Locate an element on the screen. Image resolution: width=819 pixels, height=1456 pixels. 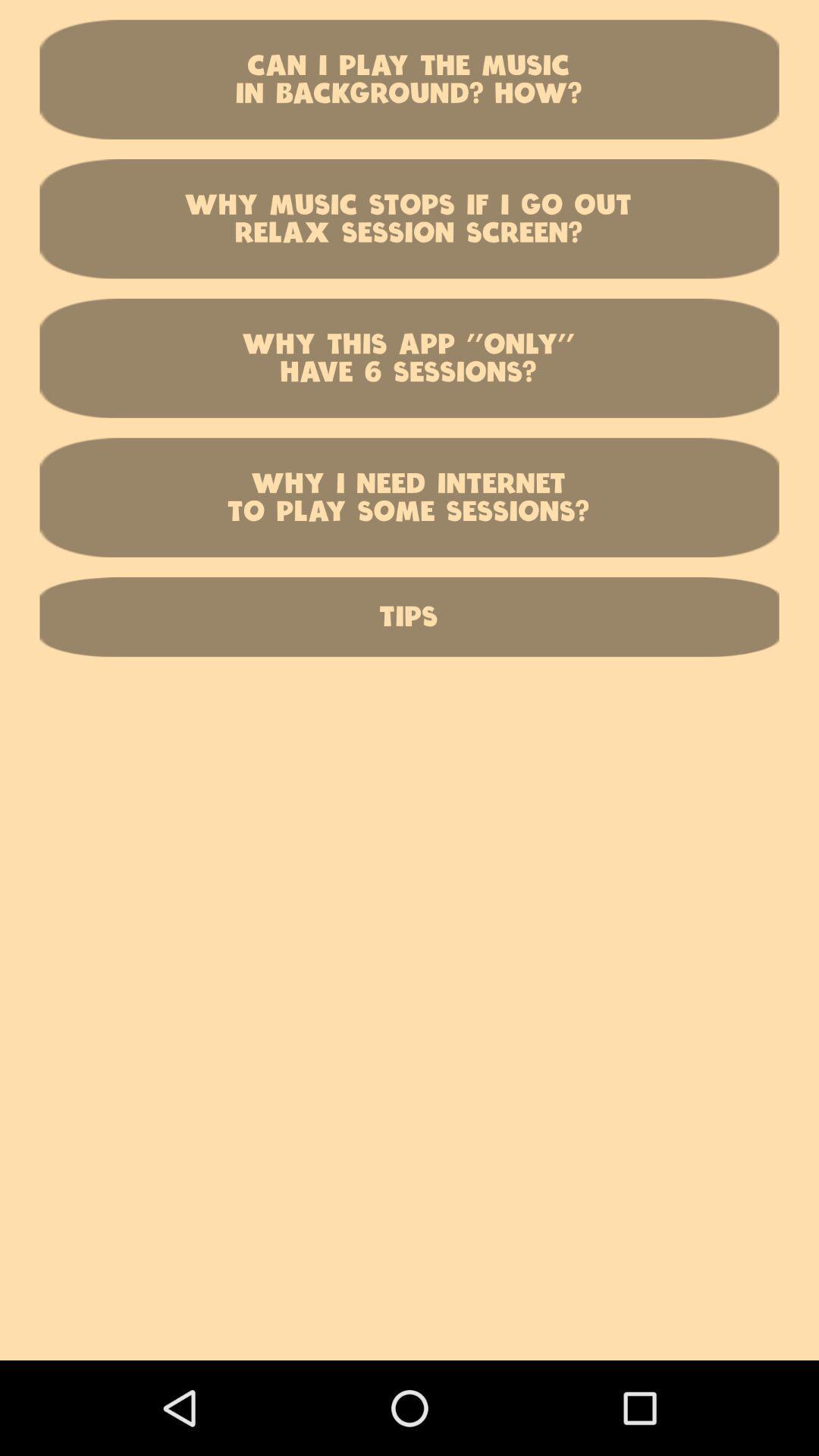
the button above the why i need item is located at coordinates (409, 357).